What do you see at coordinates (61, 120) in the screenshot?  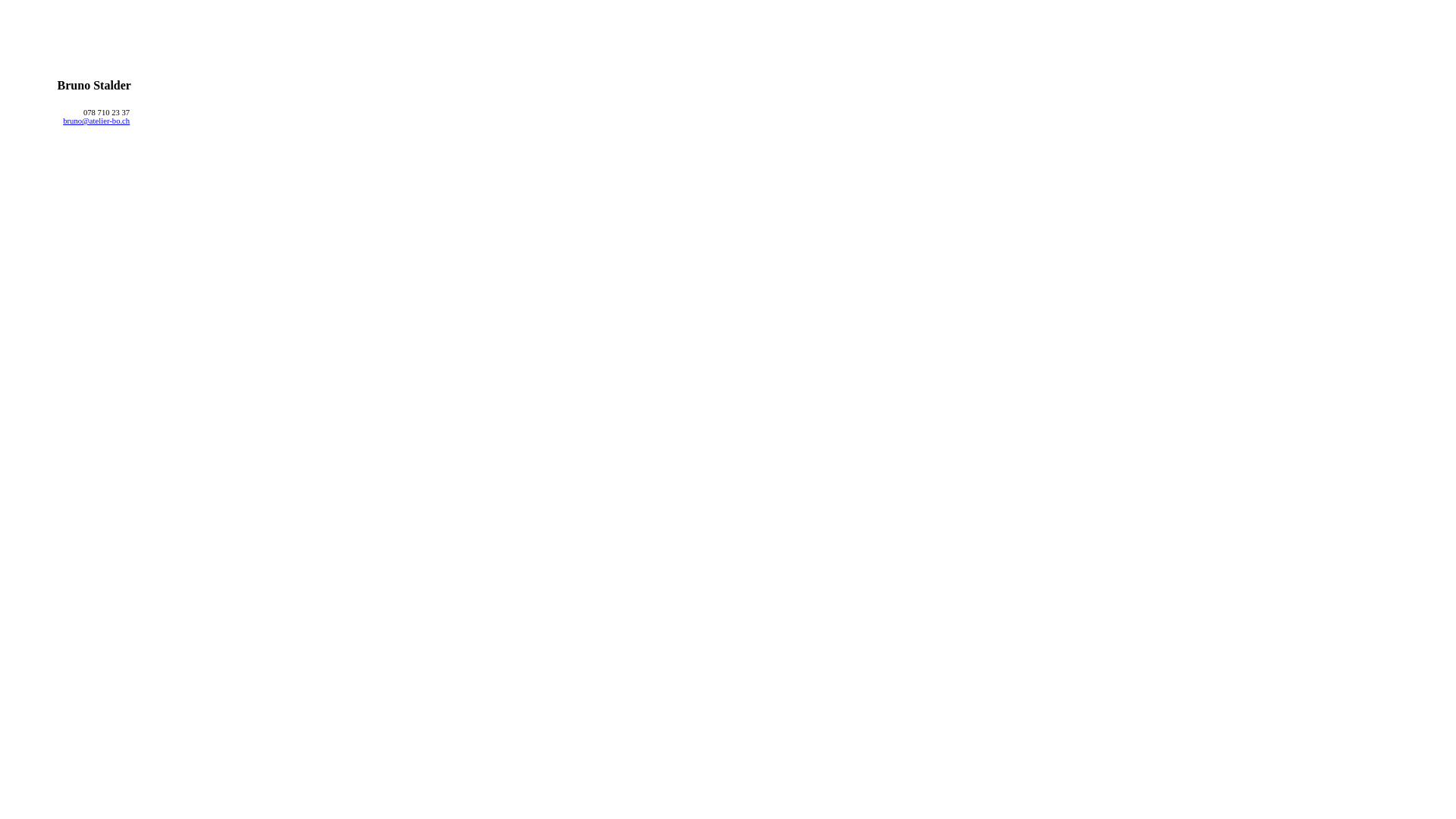 I see `'bruno@atelier-bo.ch'` at bounding box center [61, 120].